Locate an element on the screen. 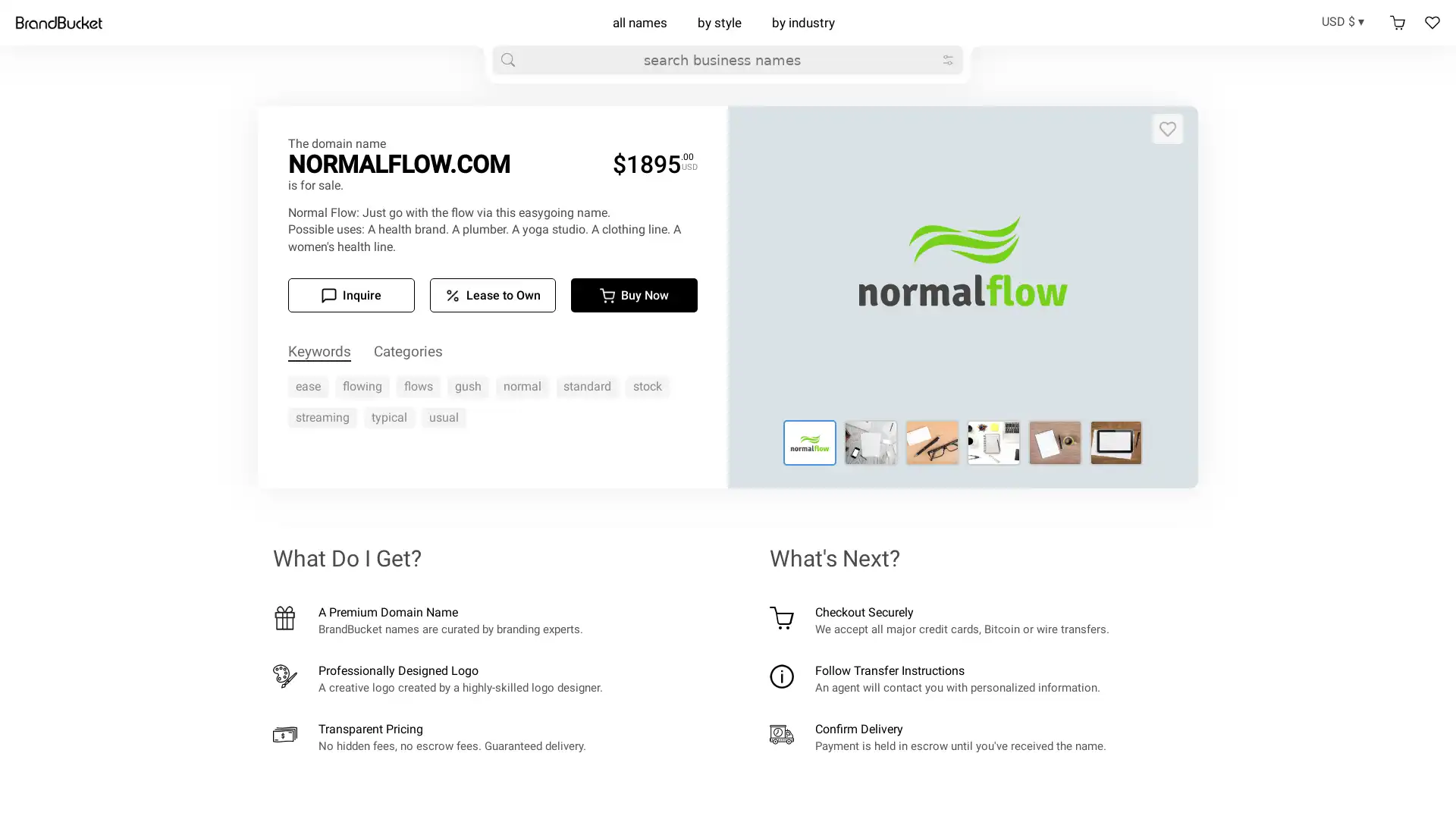  Logo for normalflow.com is located at coordinates (1053, 442).